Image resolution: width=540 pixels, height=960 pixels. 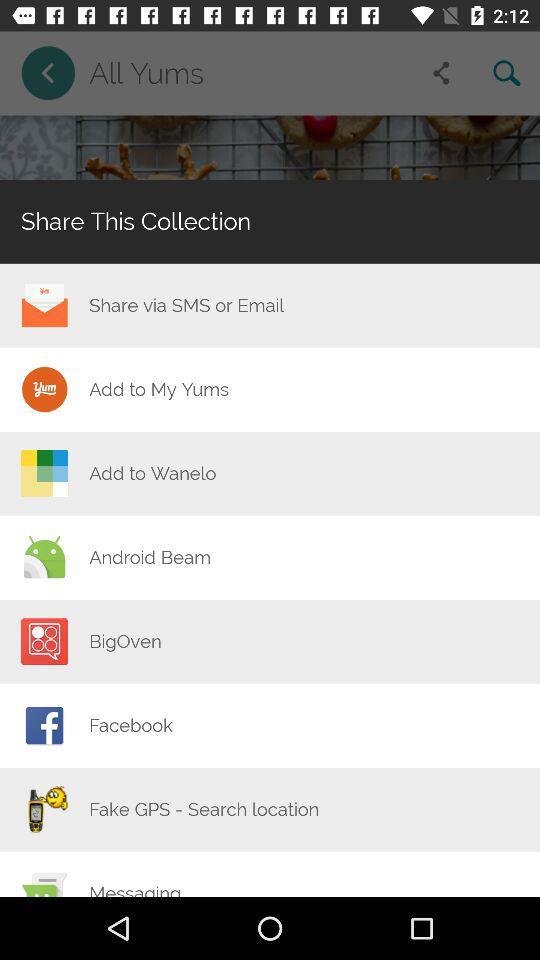 I want to click on the icon below add to wanelo icon, so click(x=149, y=557).